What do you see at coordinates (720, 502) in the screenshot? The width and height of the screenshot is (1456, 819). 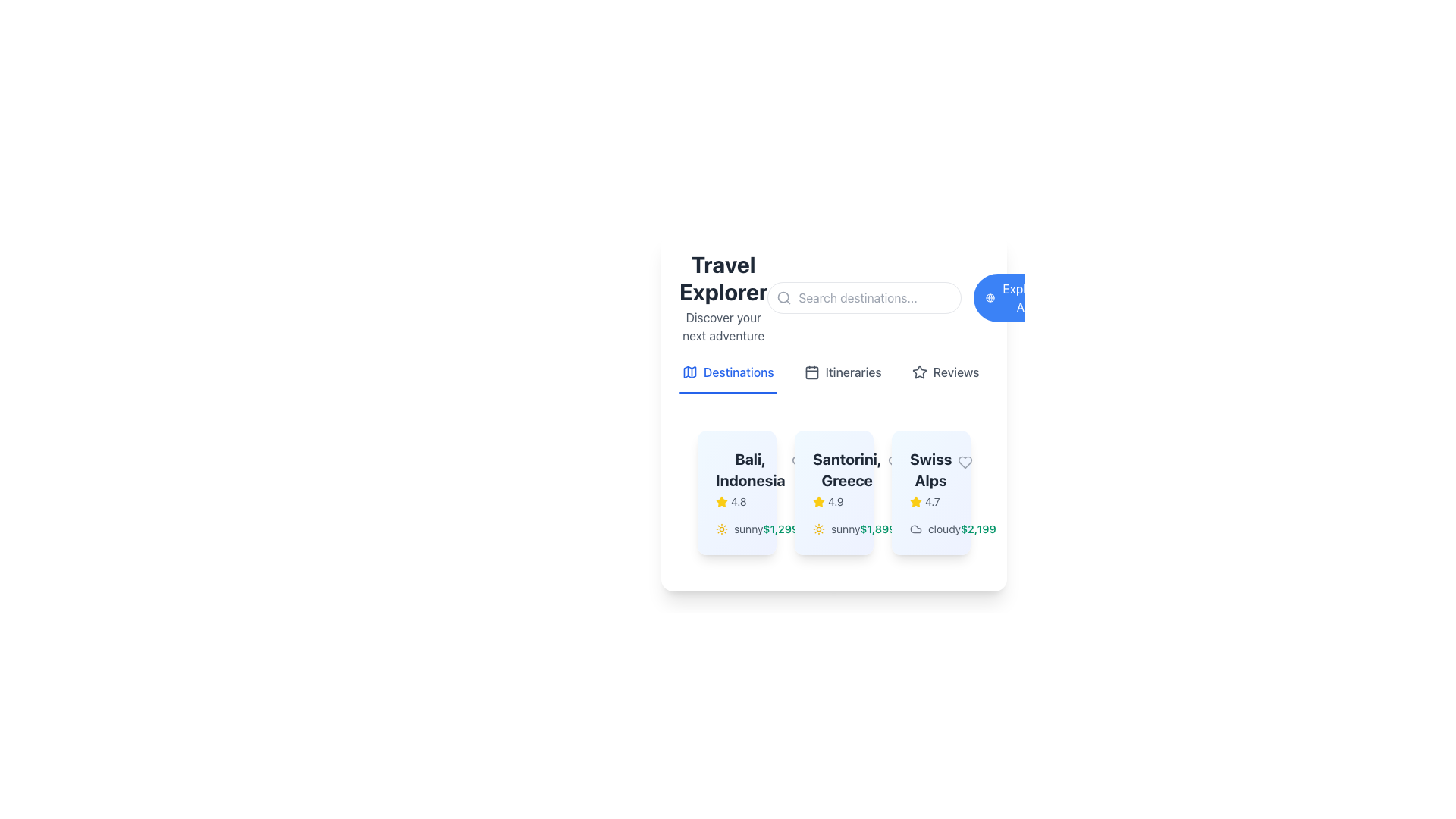 I see `the yellow star icon representing a rating indicator located in the 'Bali, Indonesia' card section` at bounding box center [720, 502].